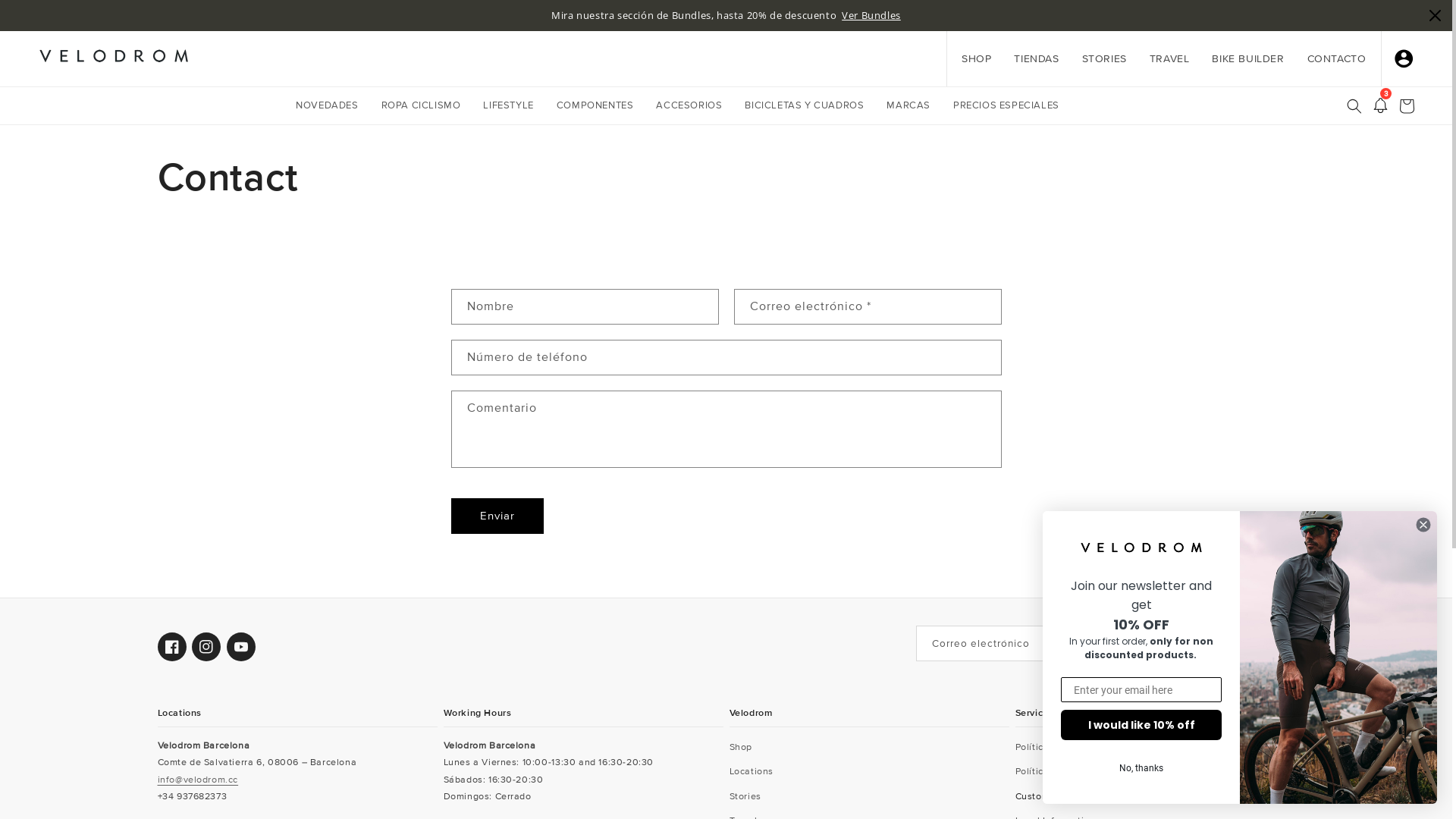 This screenshot has height=819, width=1456. I want to click on 'Carrito', so click(1398, 105).